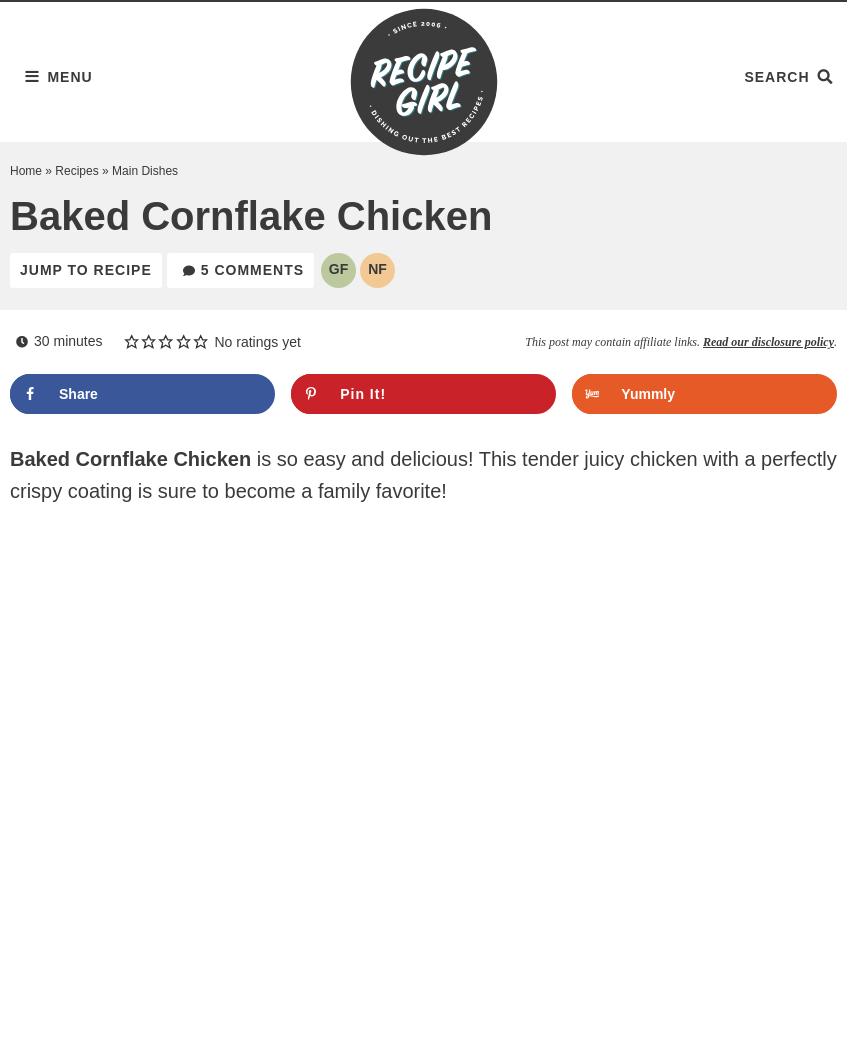  What do you see at coordinates (8, 170) in the screenshot?
I see `'Home'` at bounding box center [8, 170].